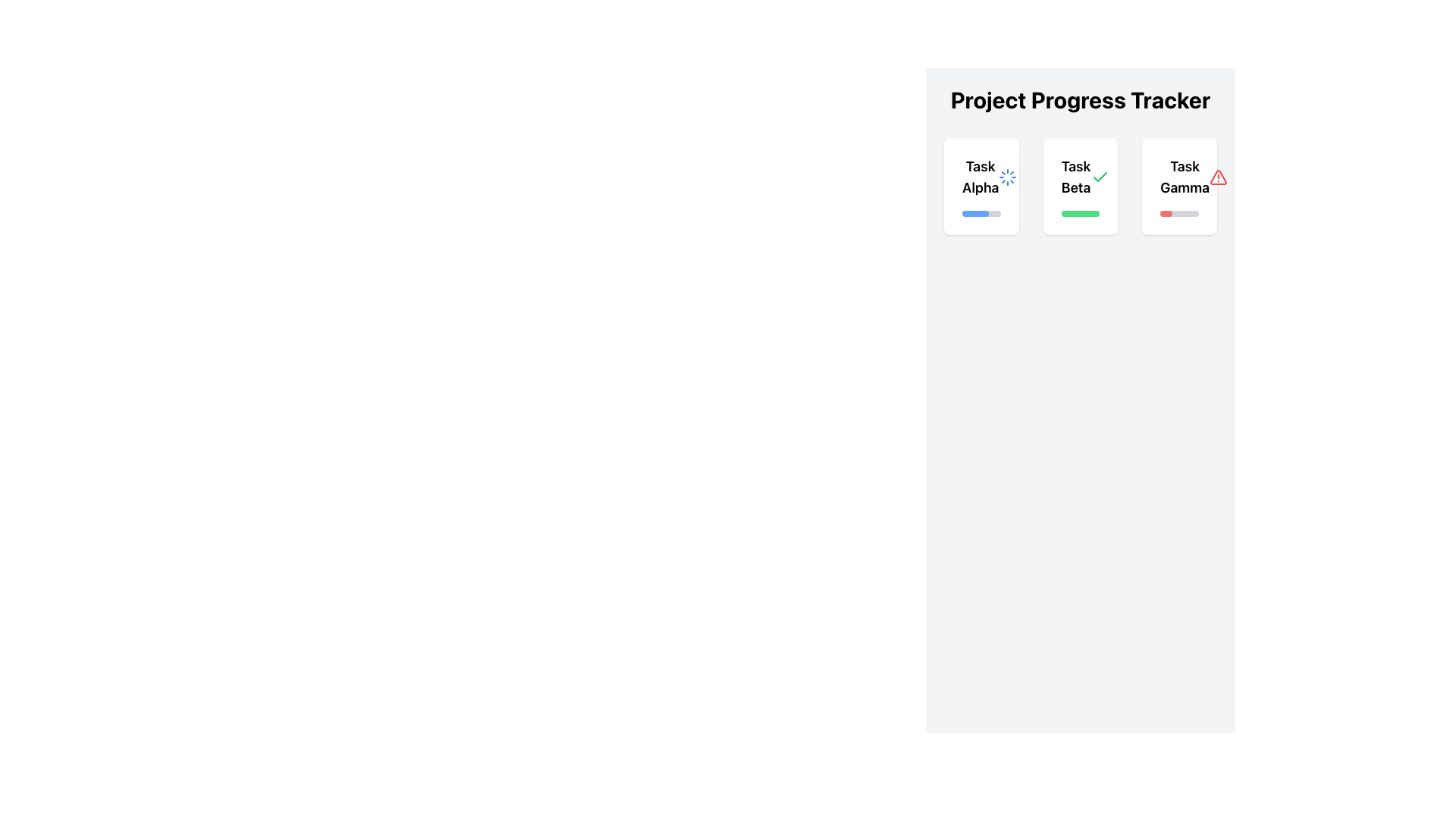 Image resolution: width=1456 pixels, height=819 pixels. What do you see at coordinates (1100, 176) in the screenshot?
I see `the check mark icon indicating successful completion of the associated task within the 'Task Beta' card in the 'Project Progress Tracker'` at bounding box center [1100, 176].